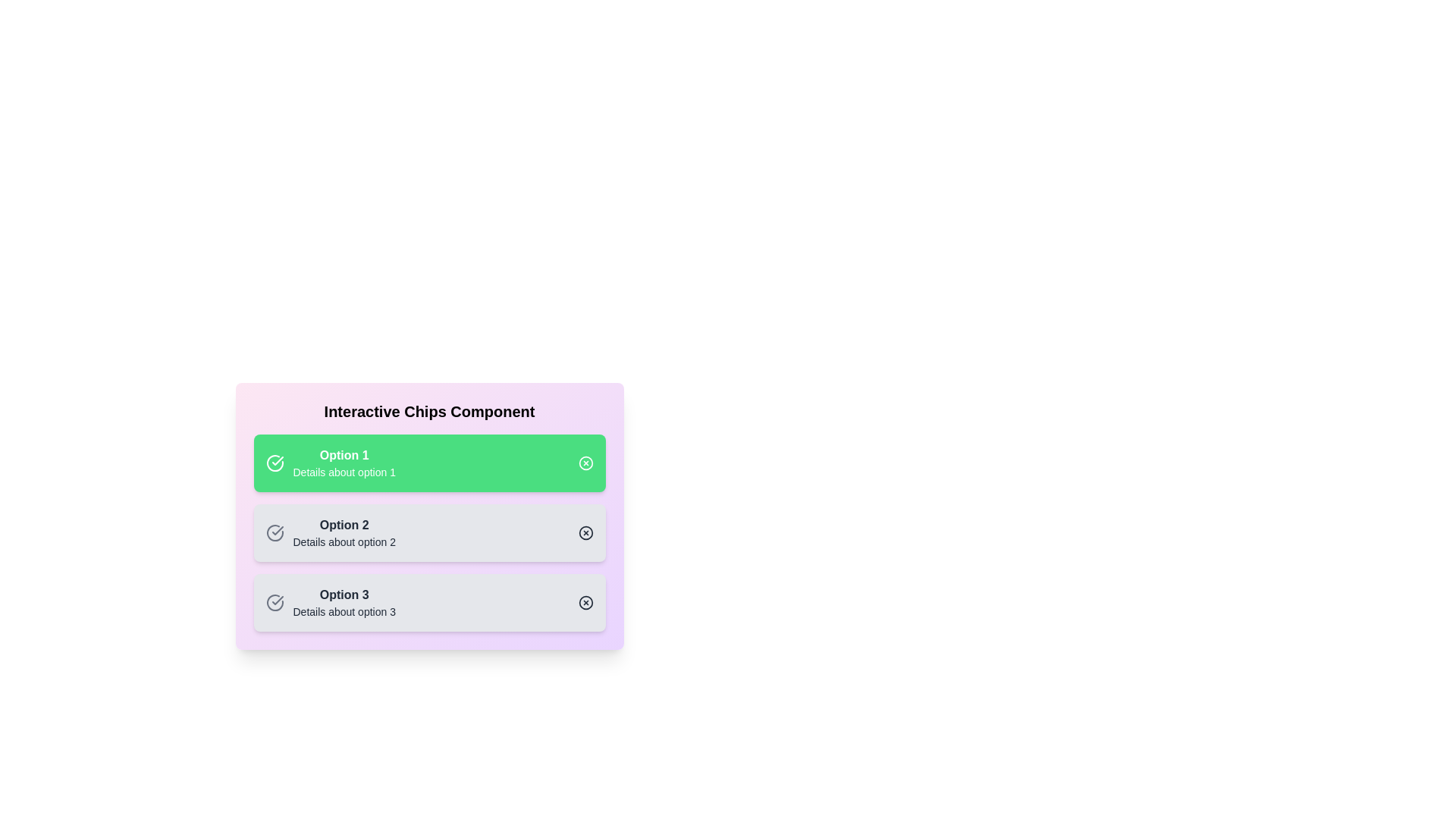 The image size is (1456, 819). I want to click on the chip corresponding to Option 1, so click(428, 462).